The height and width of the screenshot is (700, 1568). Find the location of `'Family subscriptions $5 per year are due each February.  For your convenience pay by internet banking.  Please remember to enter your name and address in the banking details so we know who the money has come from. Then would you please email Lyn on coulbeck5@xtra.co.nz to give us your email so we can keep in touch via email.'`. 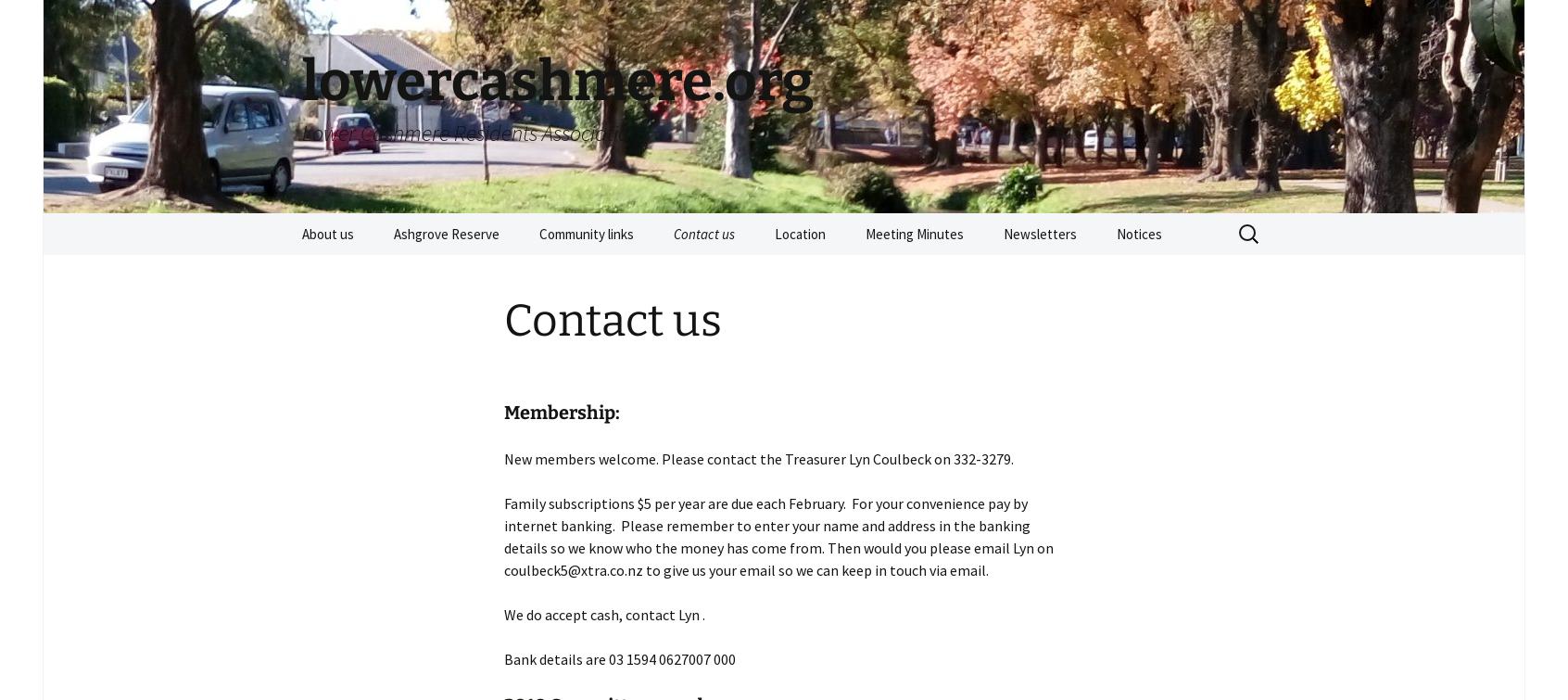

'Family subscriptions $5 per year are due each February.  For your convenience pay by internet banking.  Please remember to enter your name and address in the banking details so we know who the money has come from. Then would you please email Lyn on coulbeck5@xtra.co.nz to give us your email so we can keep in touch via email.' is located at coordinates (503, 536).